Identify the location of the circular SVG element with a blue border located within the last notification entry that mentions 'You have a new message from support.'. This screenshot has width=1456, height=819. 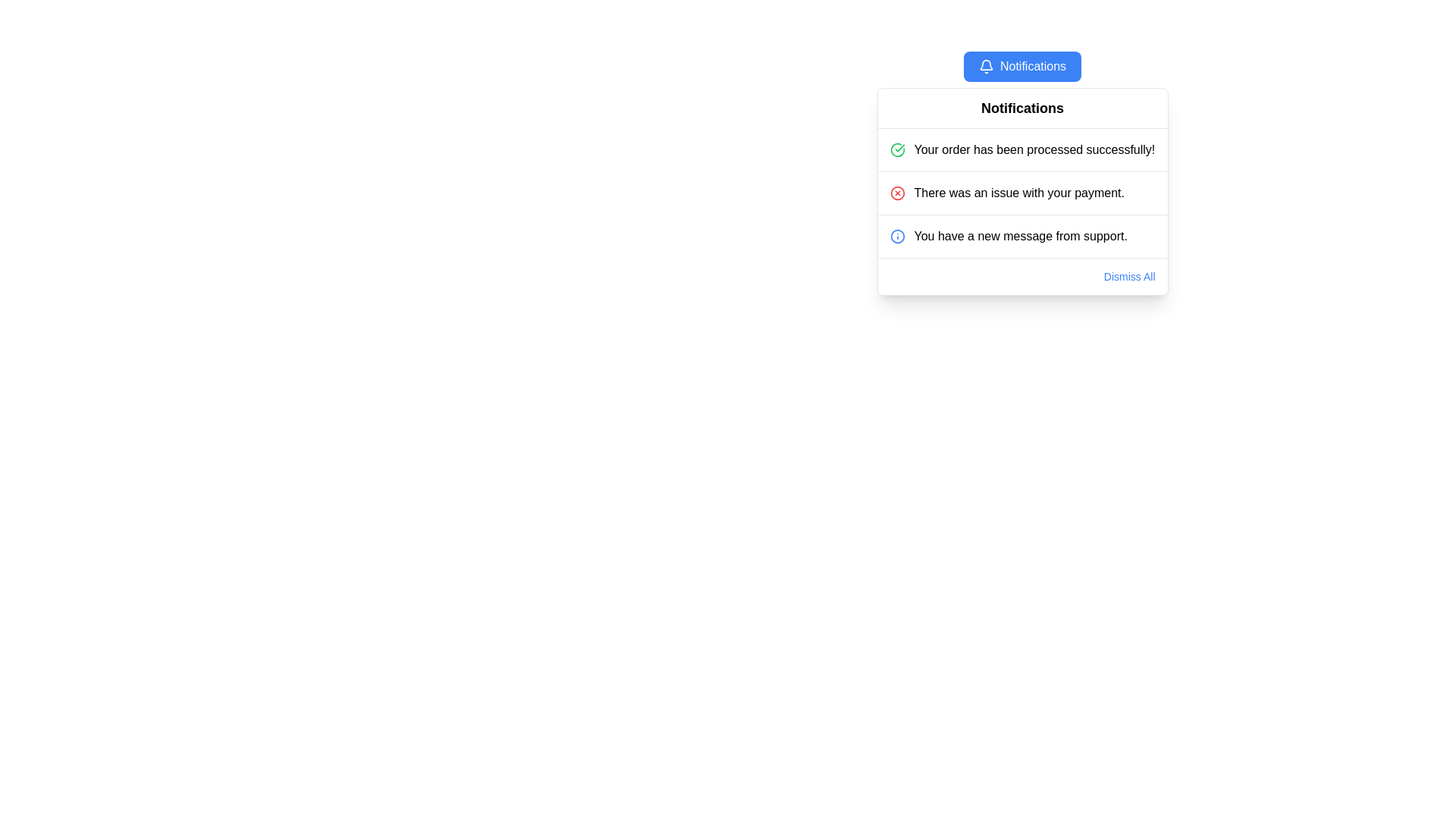
(897, 237).